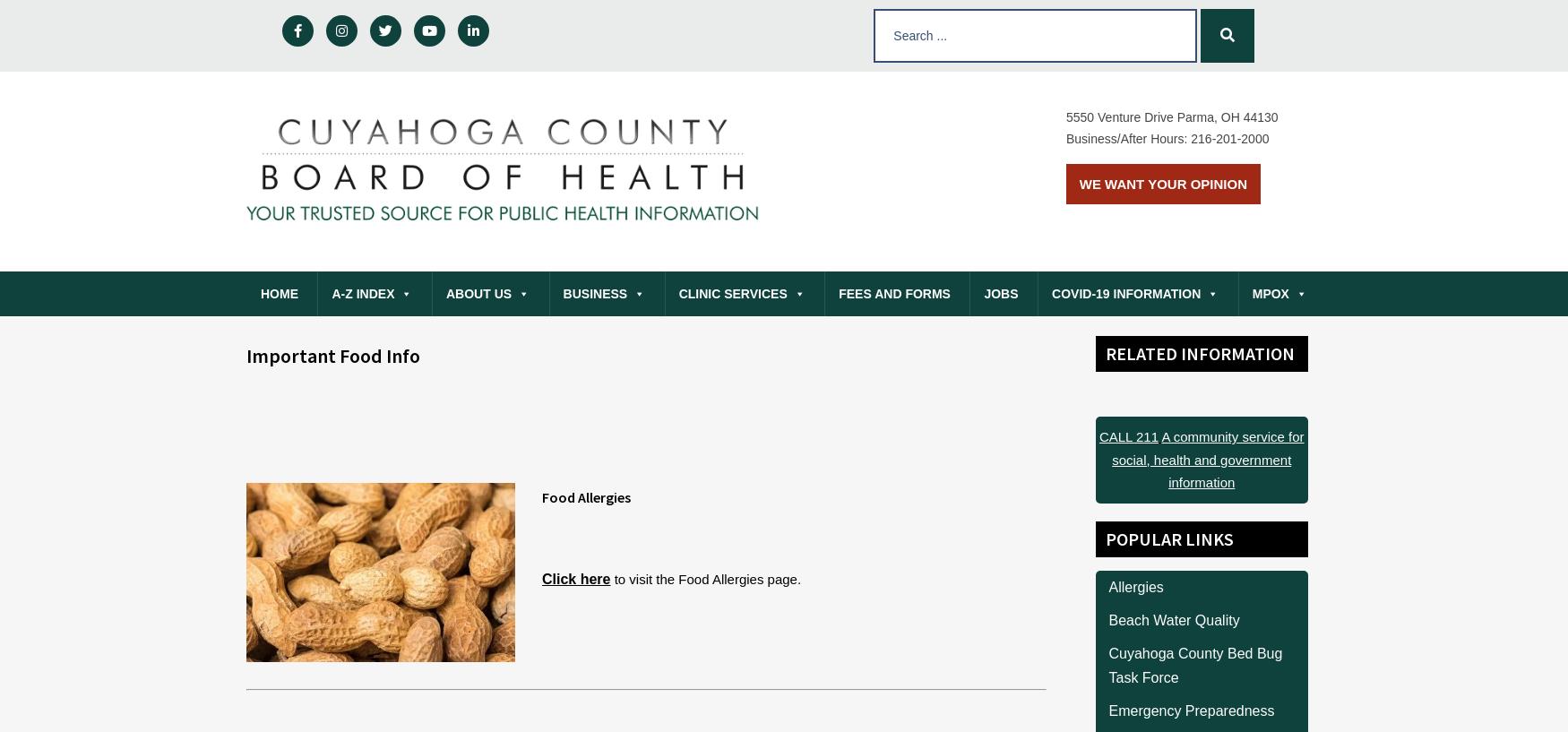 This screenshot has height=732, width=1568. Describe the element at coordinates (388, 335) in the screenshot. I see `'Submit a Complaint'` at that location.